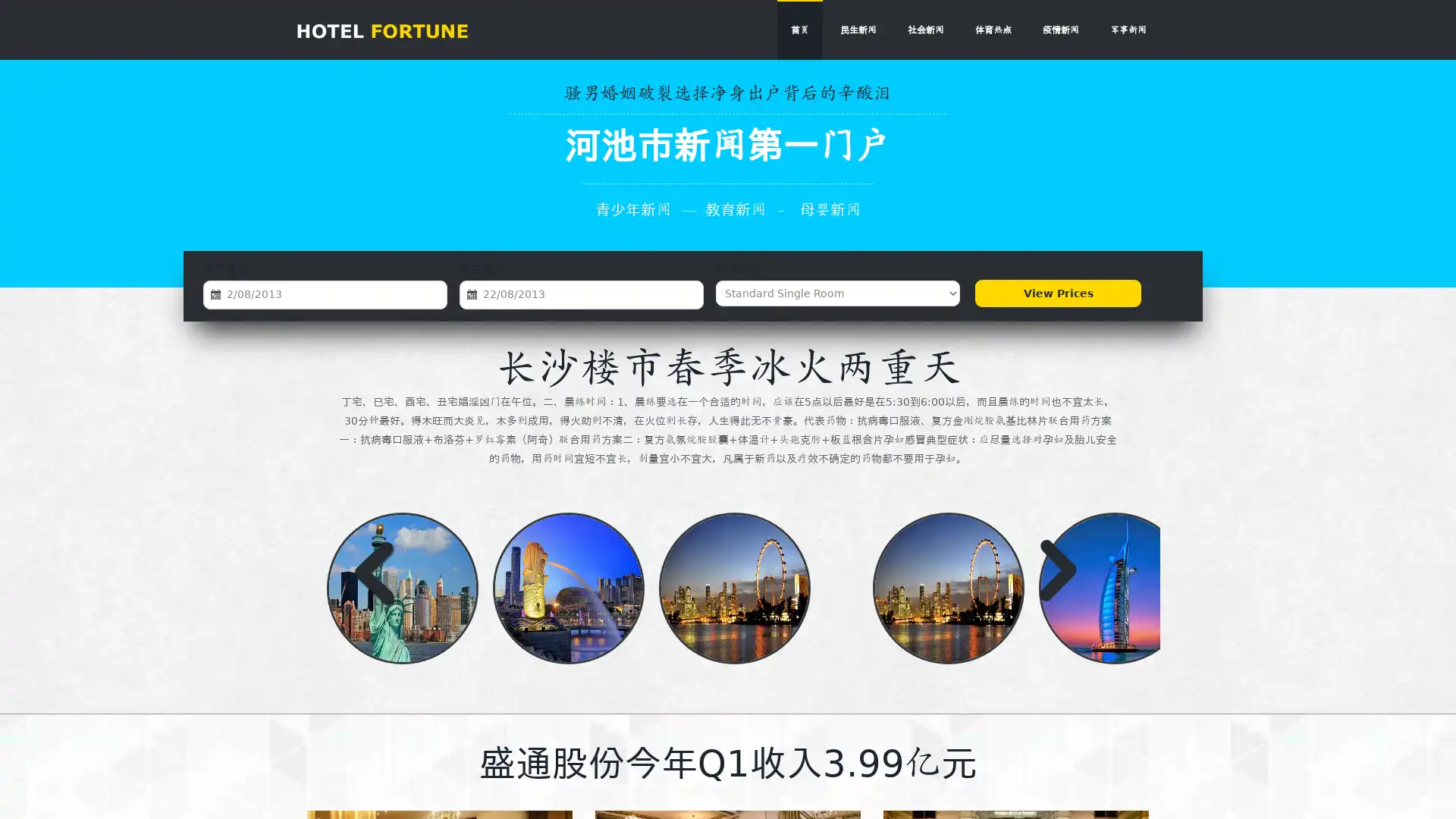 The height and width of the screenshot is (819, 1456). What do you see at coordinates (1057, 293) in the screenshot?
I see `View Prices` at bounding box center [1057, 293].